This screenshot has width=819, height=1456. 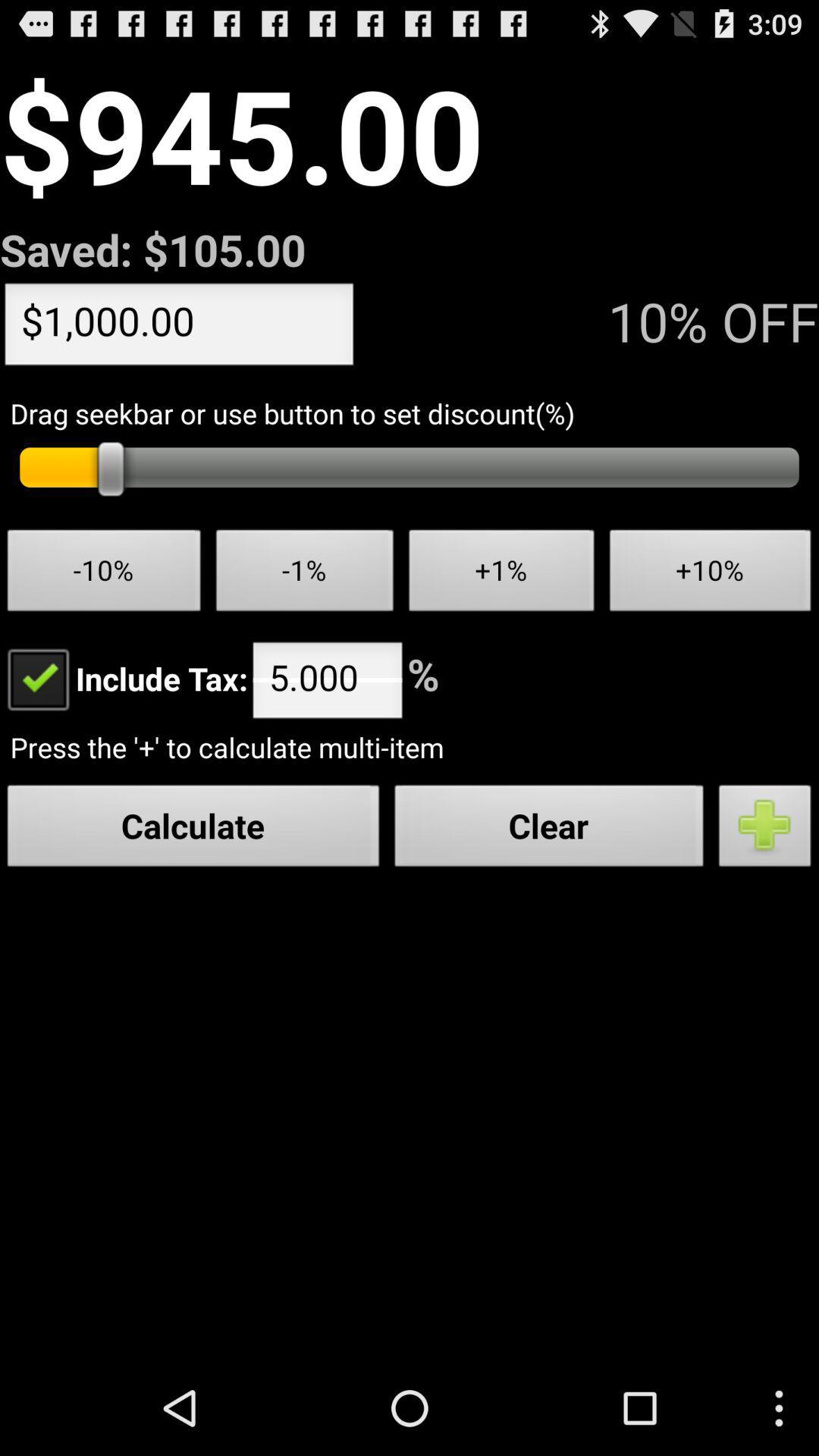 I want to click on clear item, so click(x=549, y=829).